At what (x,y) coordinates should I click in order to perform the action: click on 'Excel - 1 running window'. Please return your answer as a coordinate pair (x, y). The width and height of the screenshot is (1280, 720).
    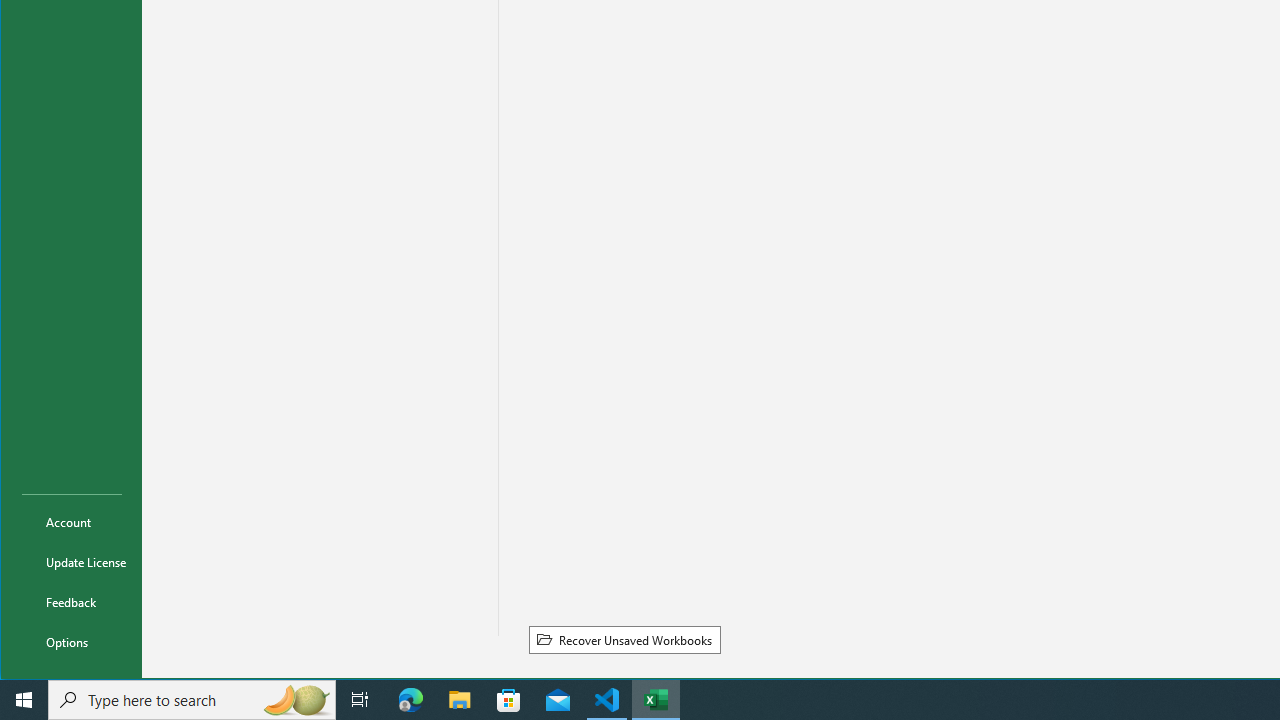
    Looking at the image, I should click on (656, 698).